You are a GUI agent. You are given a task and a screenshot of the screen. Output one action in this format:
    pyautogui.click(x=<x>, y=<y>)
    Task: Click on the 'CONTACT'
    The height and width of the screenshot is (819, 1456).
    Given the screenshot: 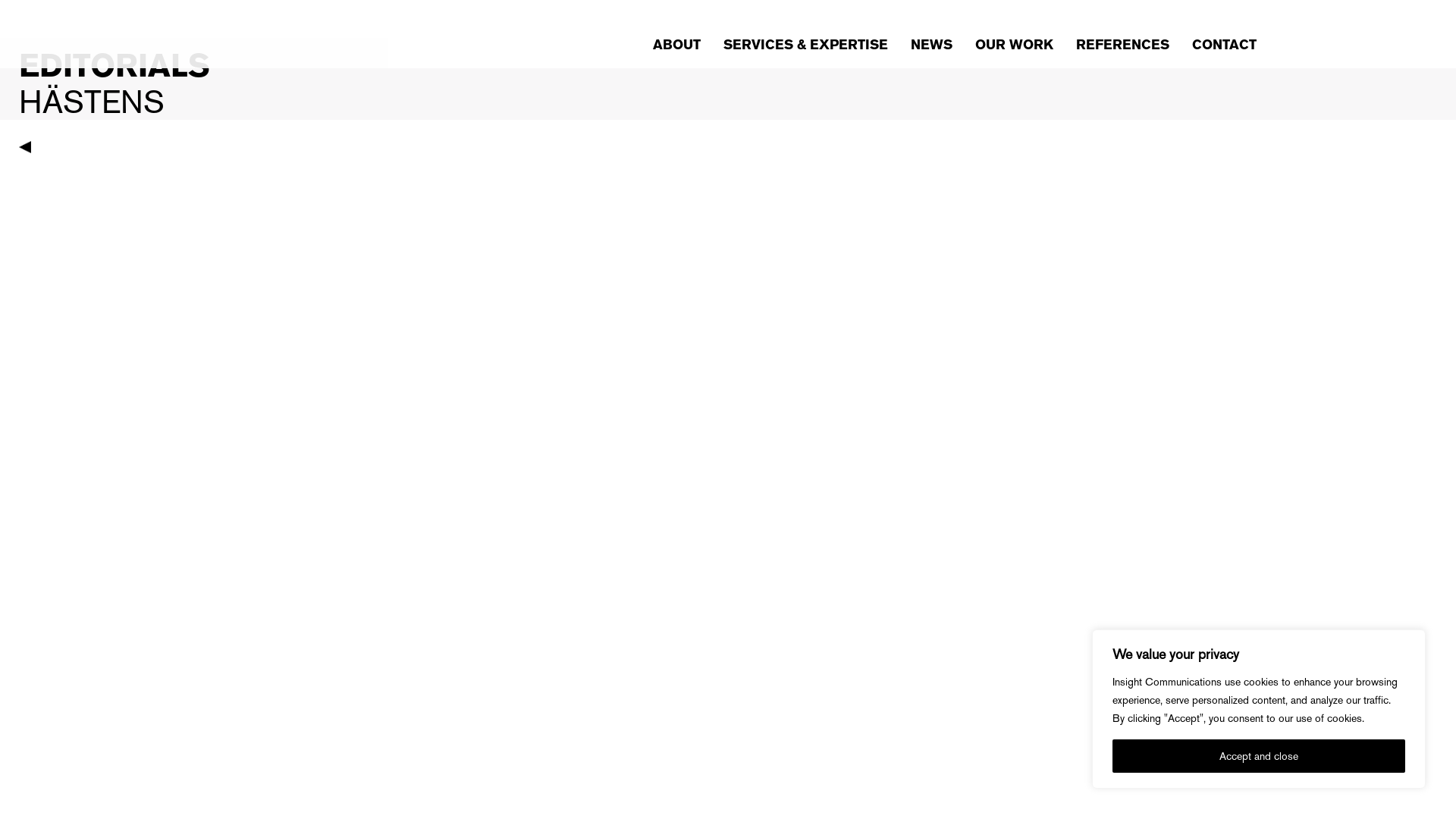 What is the action you would take?
    pyautogui.click(x=1224, y=47)
    